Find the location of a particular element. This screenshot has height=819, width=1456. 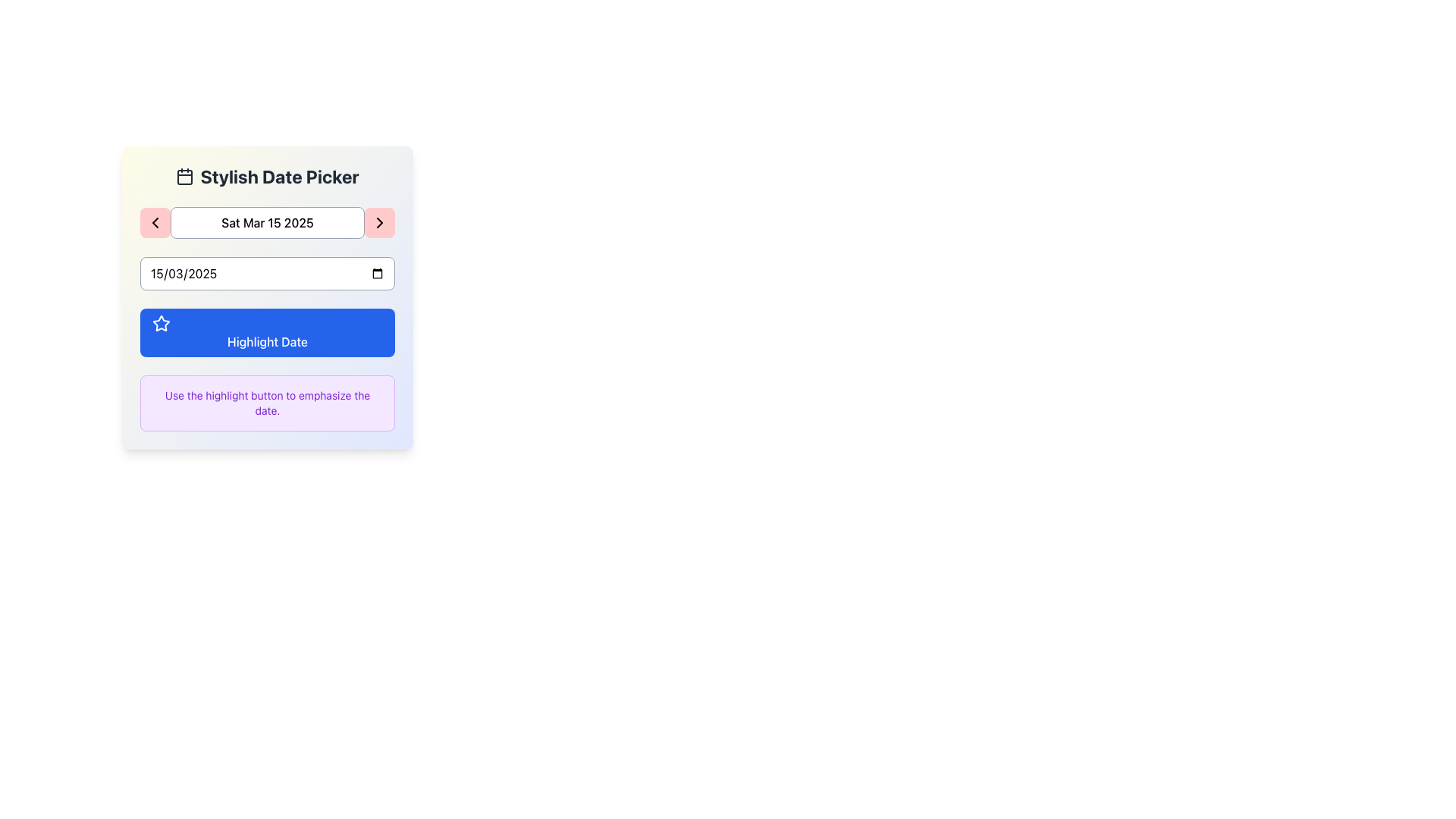

the displayed date on the Informational Display of the Stylish Date Picker, which is centrally located between navigation buttons and above the date input field is located at coordinates (268, 222).